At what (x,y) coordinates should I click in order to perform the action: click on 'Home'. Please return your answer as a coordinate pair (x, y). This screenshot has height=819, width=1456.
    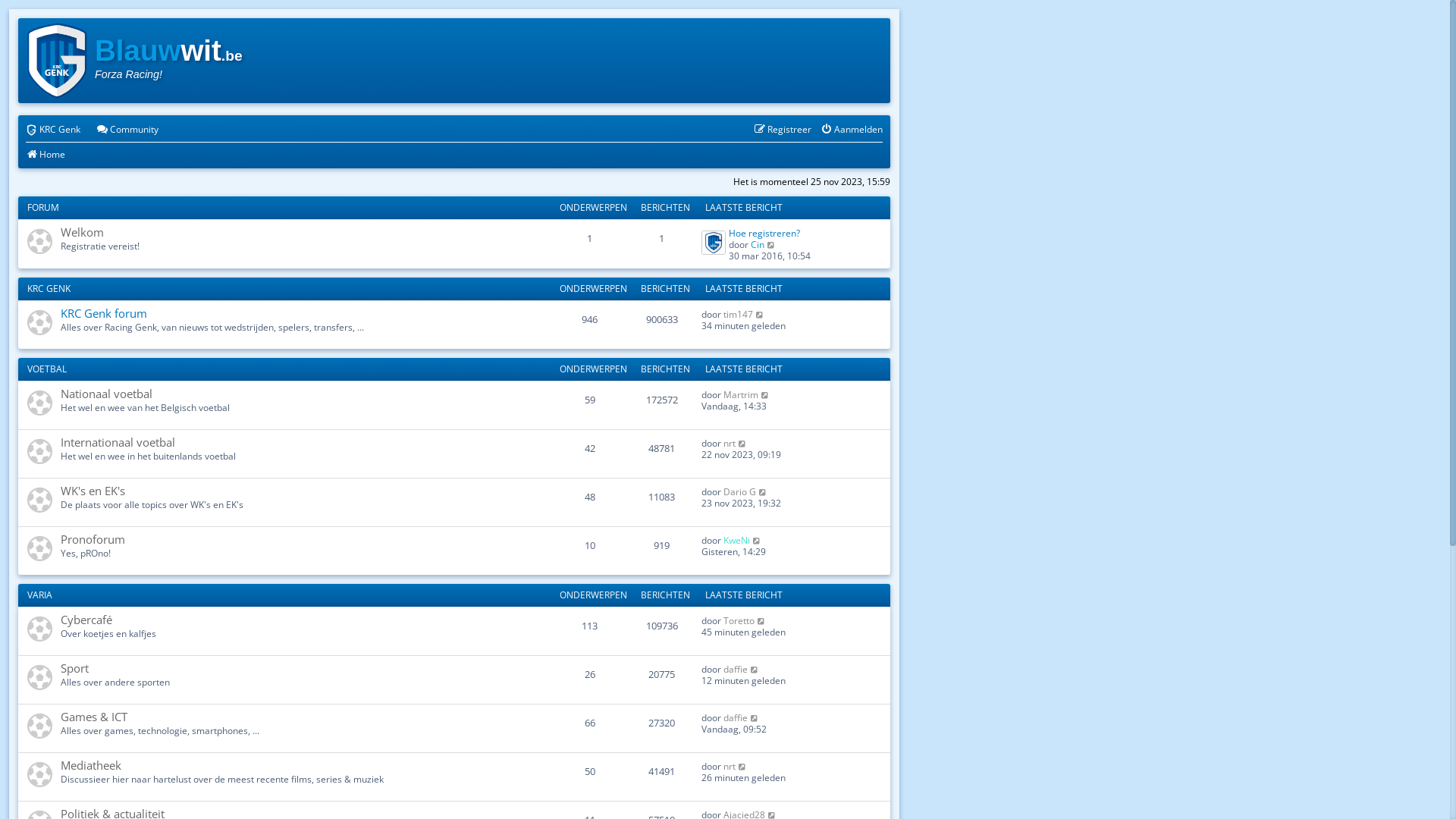
    Looking at the image, I should click on (25, 155).